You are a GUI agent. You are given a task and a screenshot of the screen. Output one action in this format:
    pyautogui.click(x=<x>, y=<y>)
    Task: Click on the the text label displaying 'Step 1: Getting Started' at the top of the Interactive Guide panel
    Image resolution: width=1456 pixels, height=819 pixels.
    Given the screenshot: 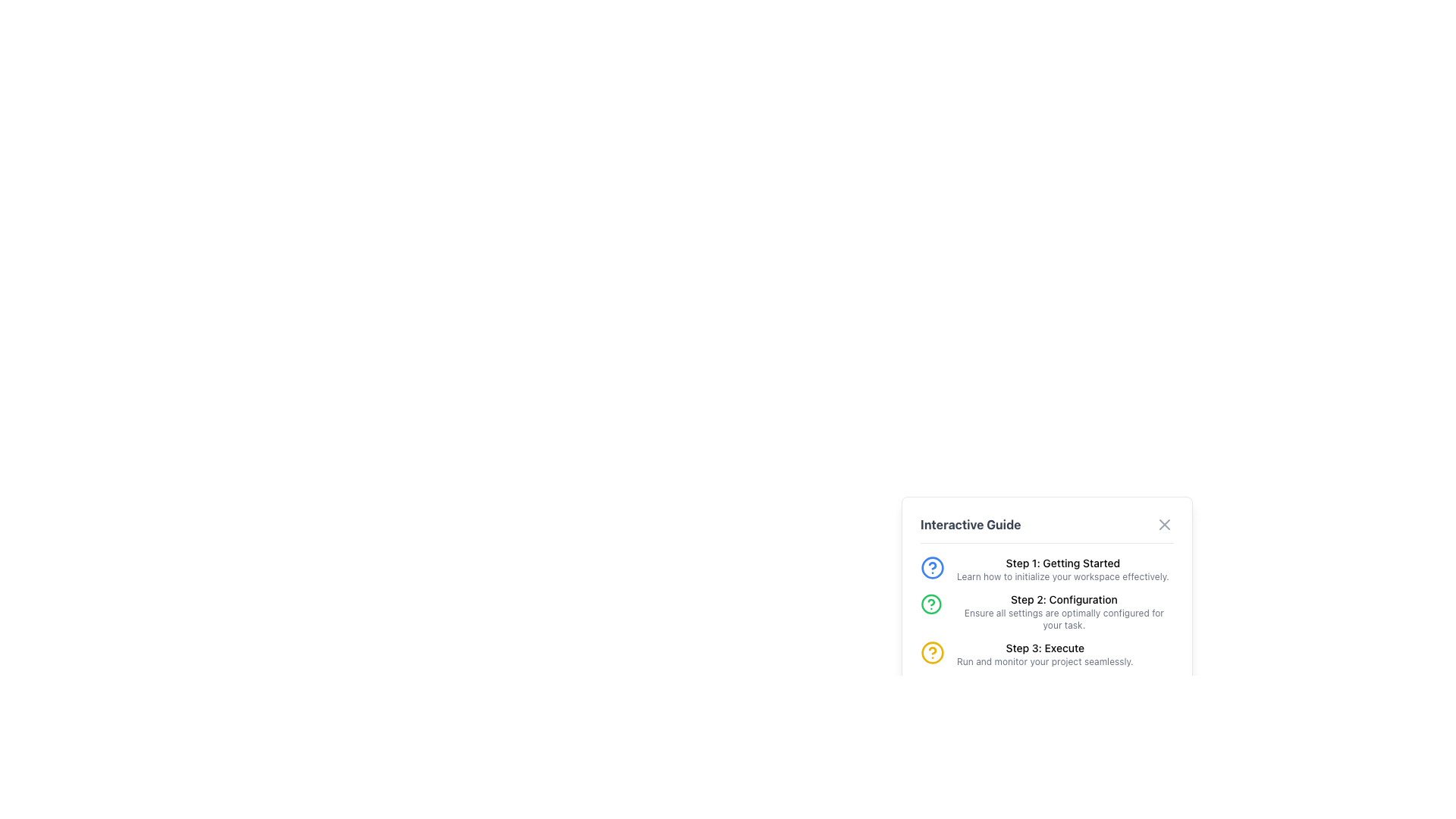 What is the action you would take?
    pyautogui.click(x=1062, y=563)
    